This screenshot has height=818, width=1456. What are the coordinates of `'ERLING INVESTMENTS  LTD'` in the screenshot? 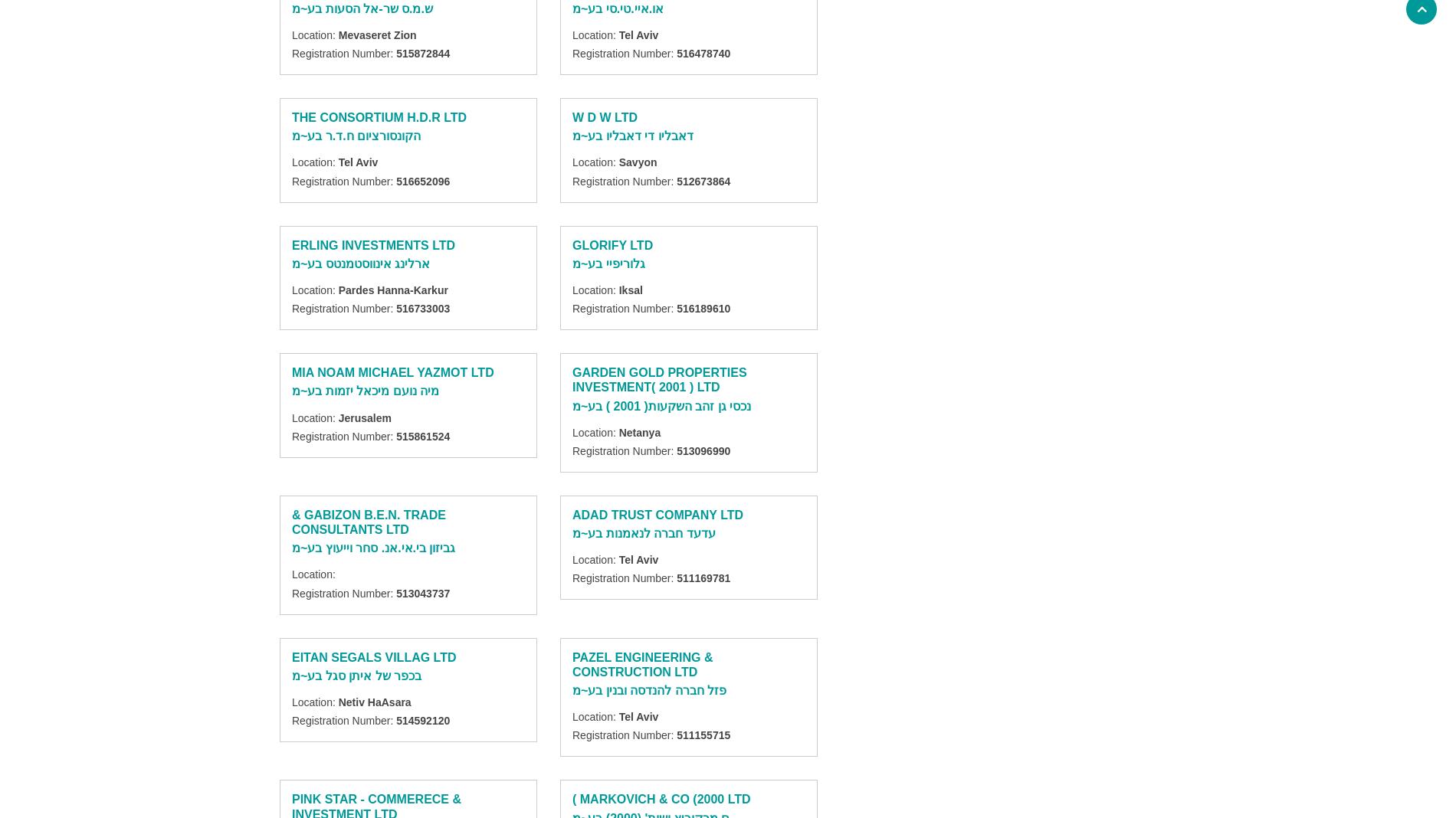 It's located at (290, 244).